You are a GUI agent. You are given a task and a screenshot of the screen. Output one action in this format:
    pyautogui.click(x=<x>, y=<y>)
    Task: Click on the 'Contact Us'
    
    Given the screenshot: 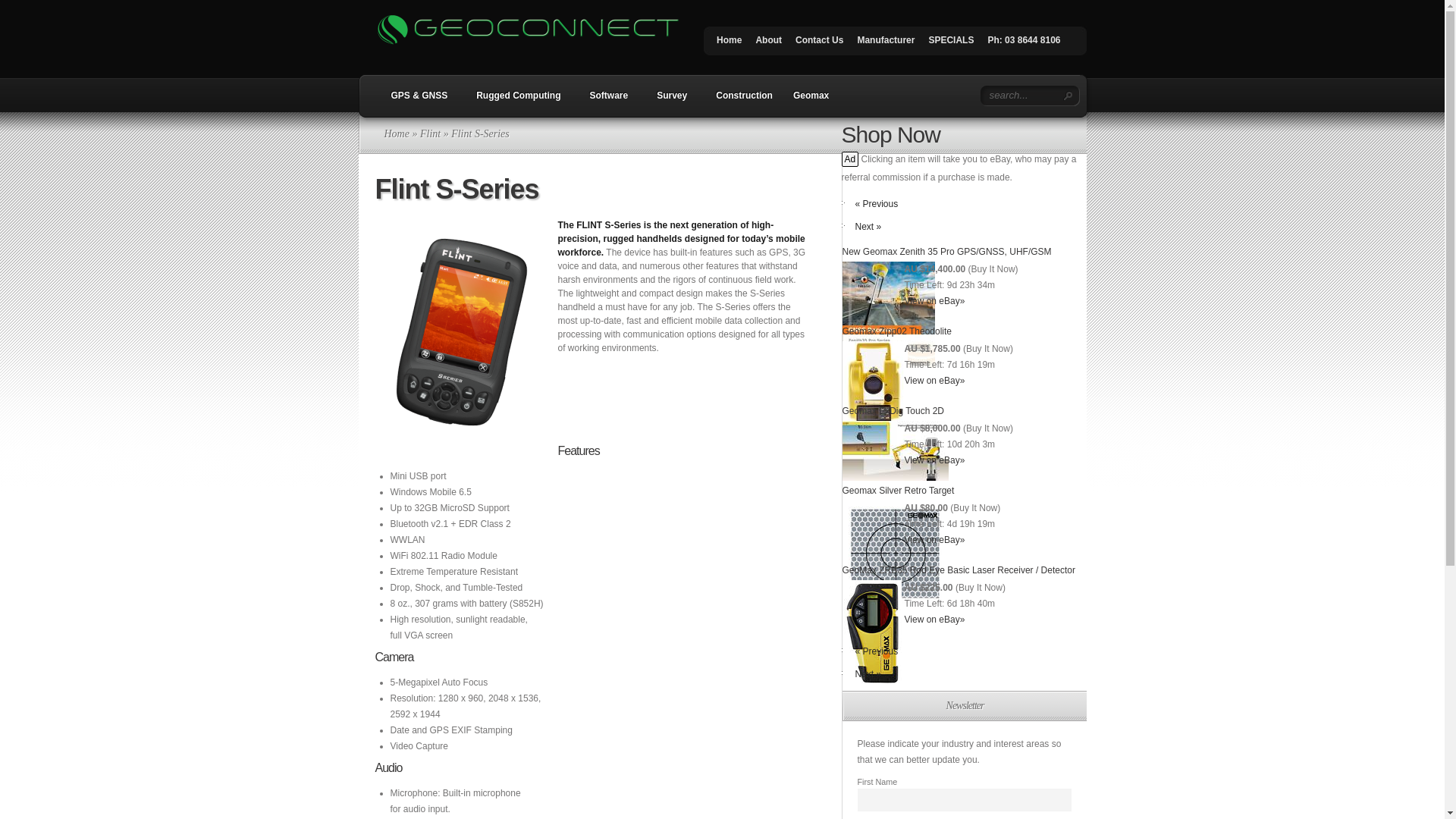 What is the action you would take?
    pyautogui.click(x=818, y=42)
    